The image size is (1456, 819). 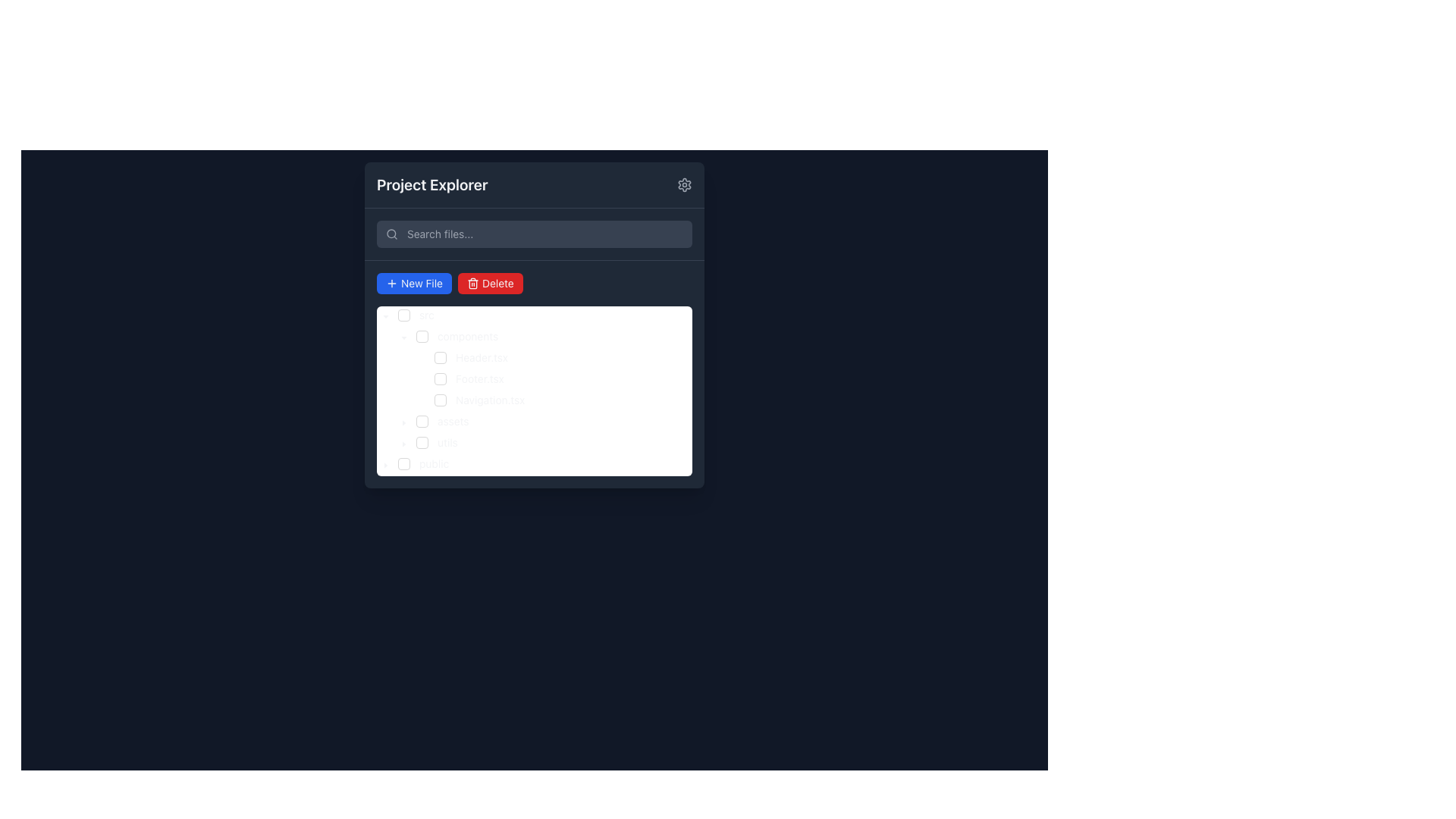 What do you see at coordinates (472, 284) in the screenshot?
I see `the trash can icon located on the leftmost part of the red 'Delete' button` at bounding box center [472, 284].